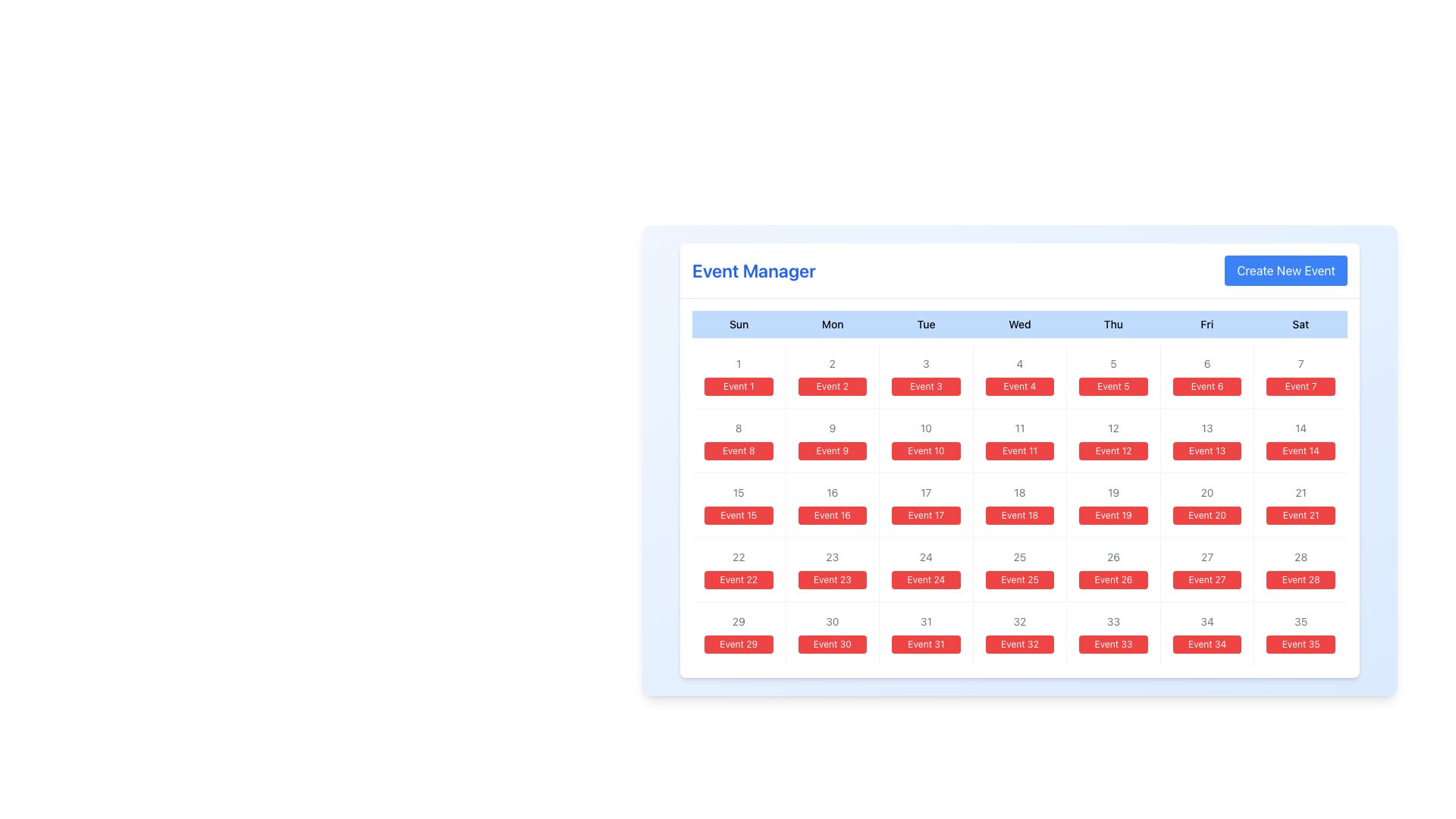  Describe the element at coordinates (831, 505) in the screenshot. I see `the button representing the event tied to the date 16 in the calendar, located under the 'Mon' column, third row` at that location.